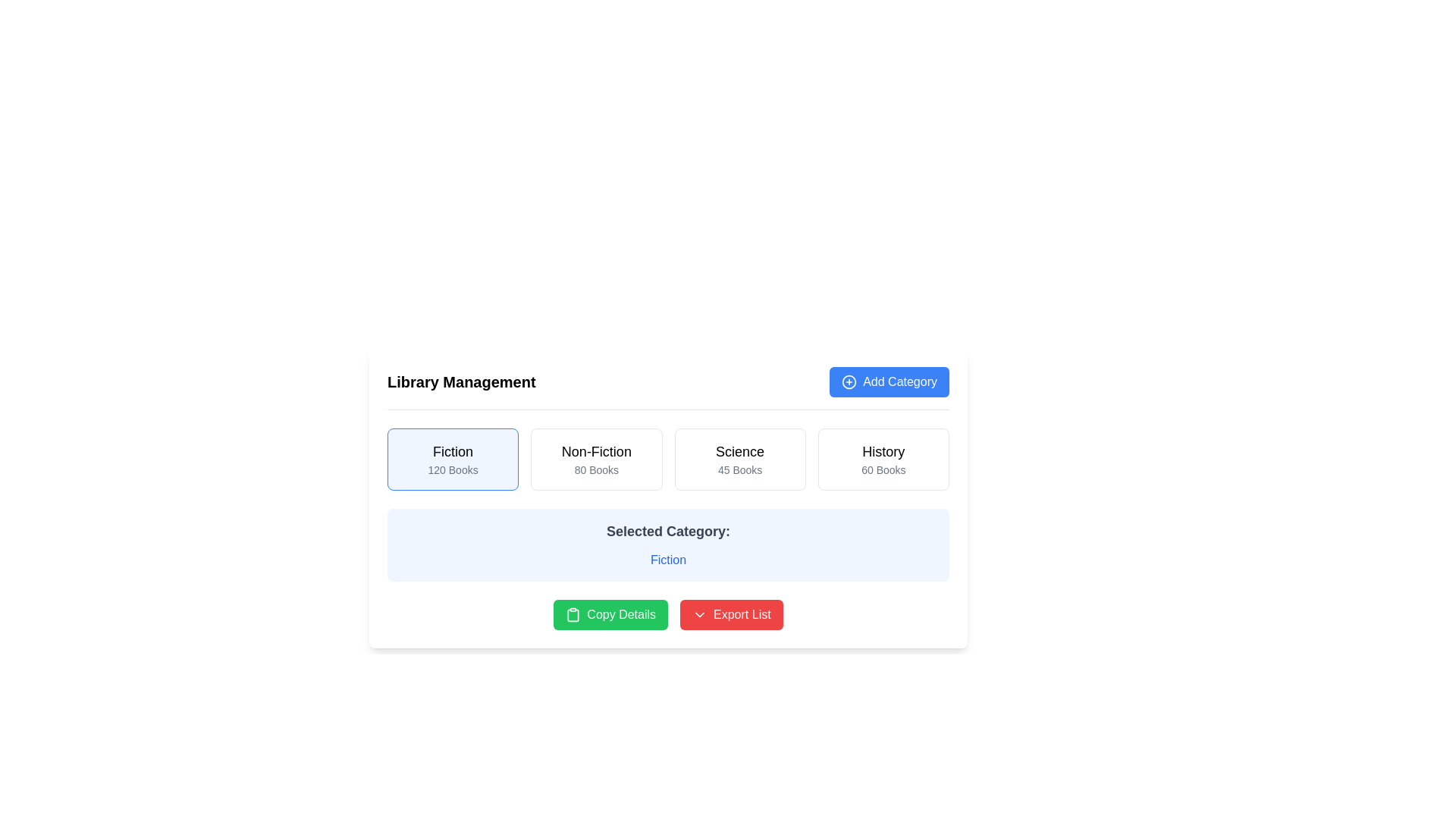  I want to click on the 'Export List' text label within the red button, so click(742, 614).